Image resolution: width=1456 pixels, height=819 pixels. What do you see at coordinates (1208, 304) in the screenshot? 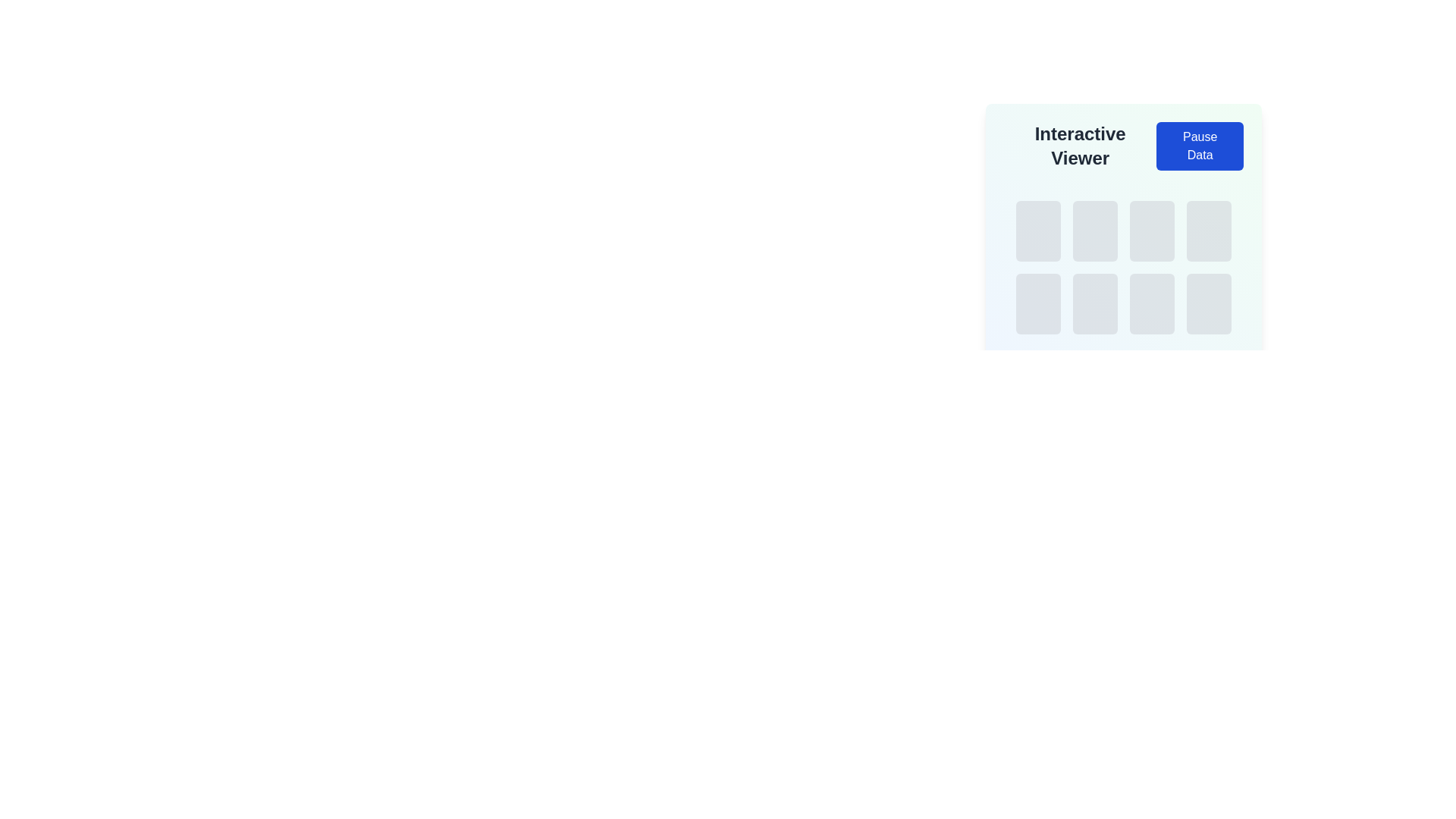
I see `the Placeholder rectangle located in the bottom-right position of a 2x4 grid, which has rounded corners and a gray fill color` at bounding box center [1208, 304].